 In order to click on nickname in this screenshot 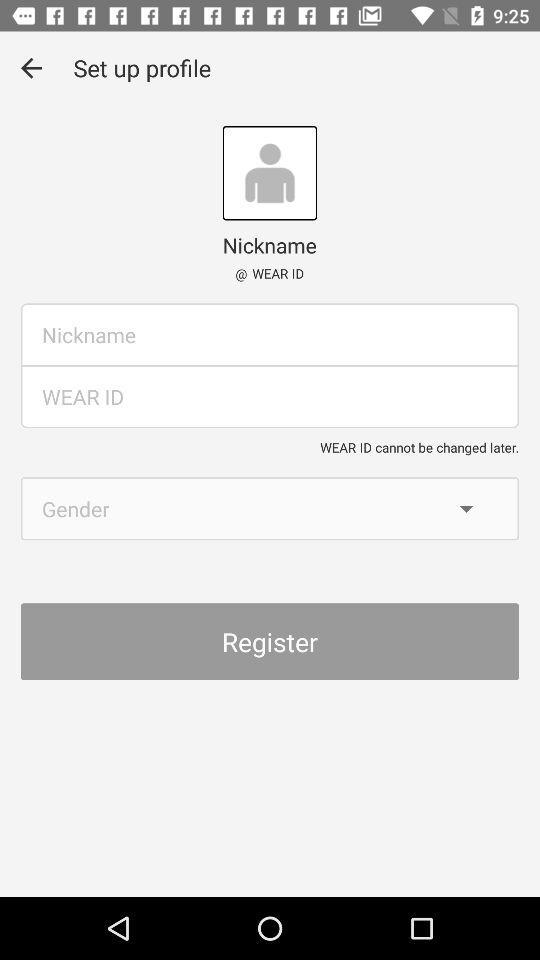, I will do `click(270, 334)`.